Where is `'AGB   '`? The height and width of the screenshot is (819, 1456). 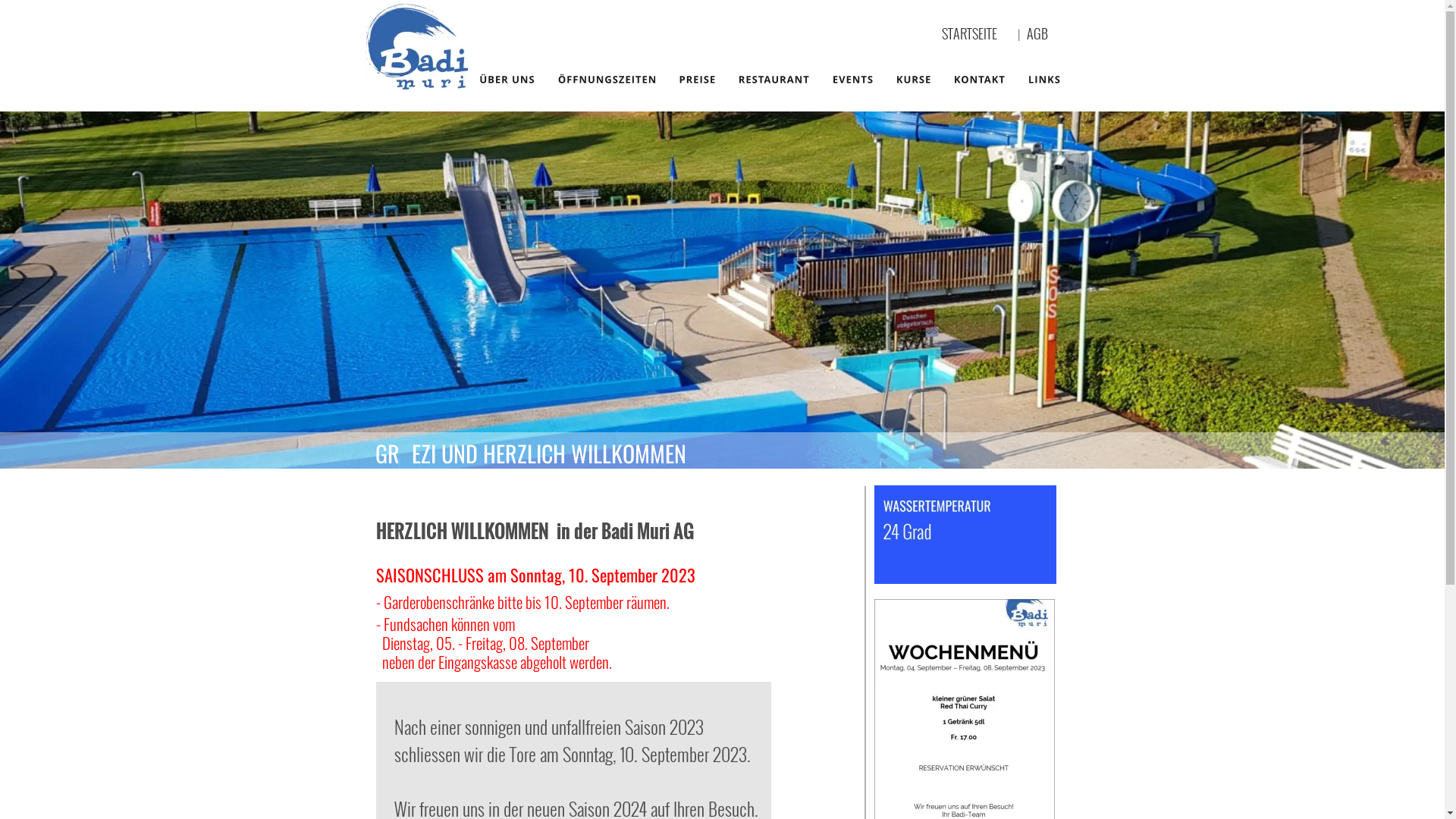
'AGB   ' is located at coordinates (1040, 33).